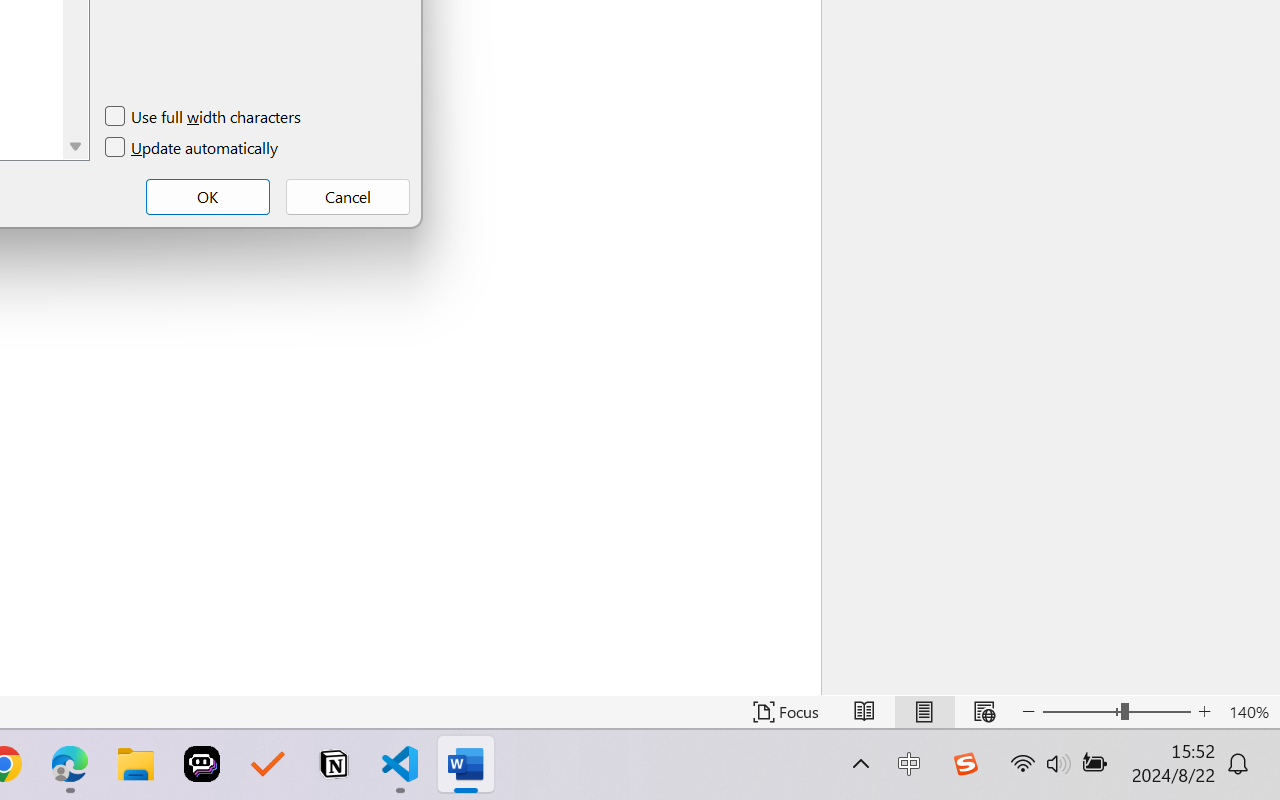 The image size is (1280, 800). What do you see at coordinates (965, 764) in the screenshot?
I see `'Class: Image'` at bounding box center [965, 764].